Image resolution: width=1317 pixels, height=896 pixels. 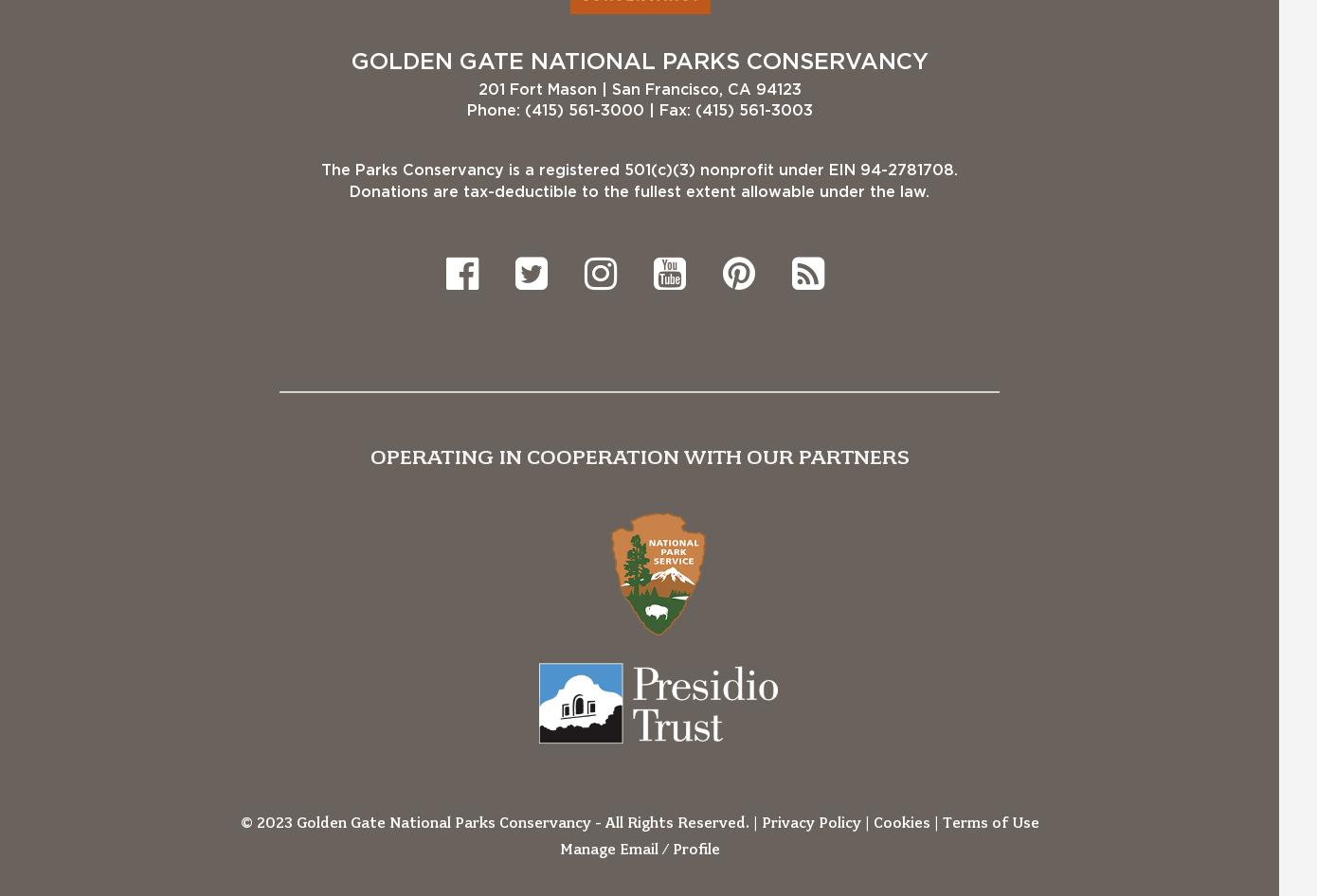 I want to click on 'Phone: (415) 561-3000', so click(x=556, y=110).